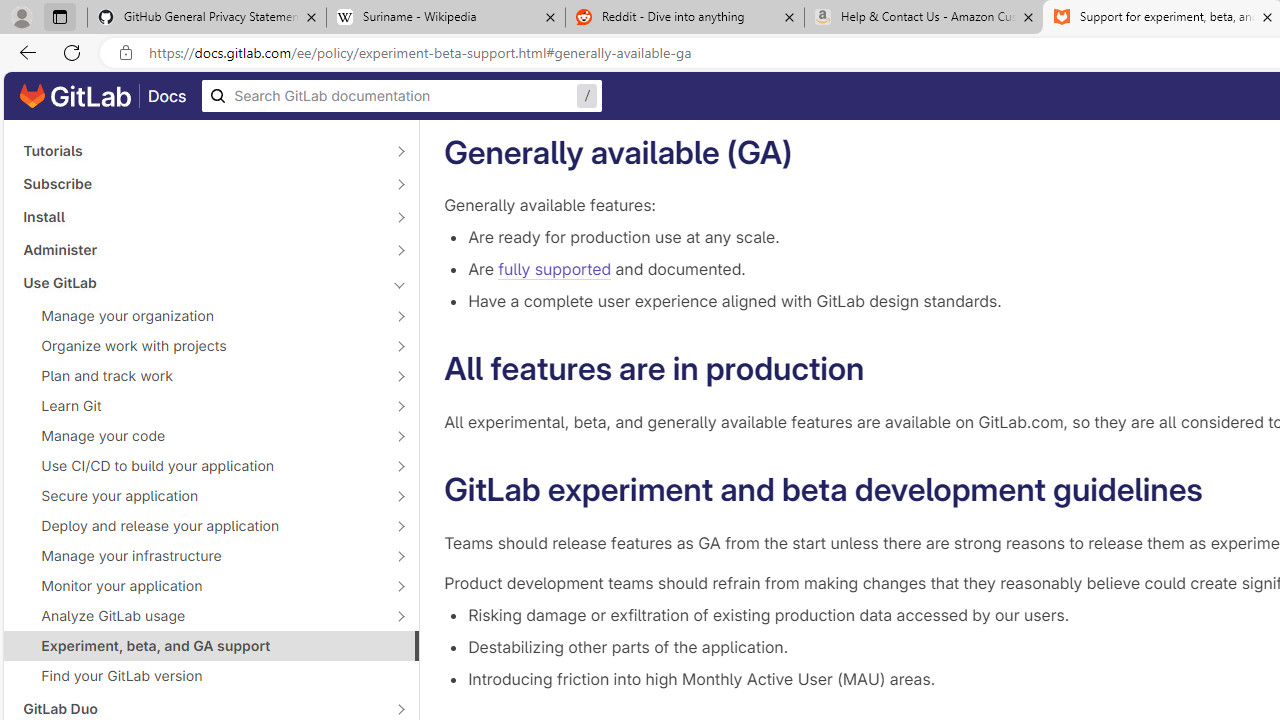  Describe the element at coordinates (200, 465) in the screenshot. I see `'Use CI/CD to build your application'` at that location.